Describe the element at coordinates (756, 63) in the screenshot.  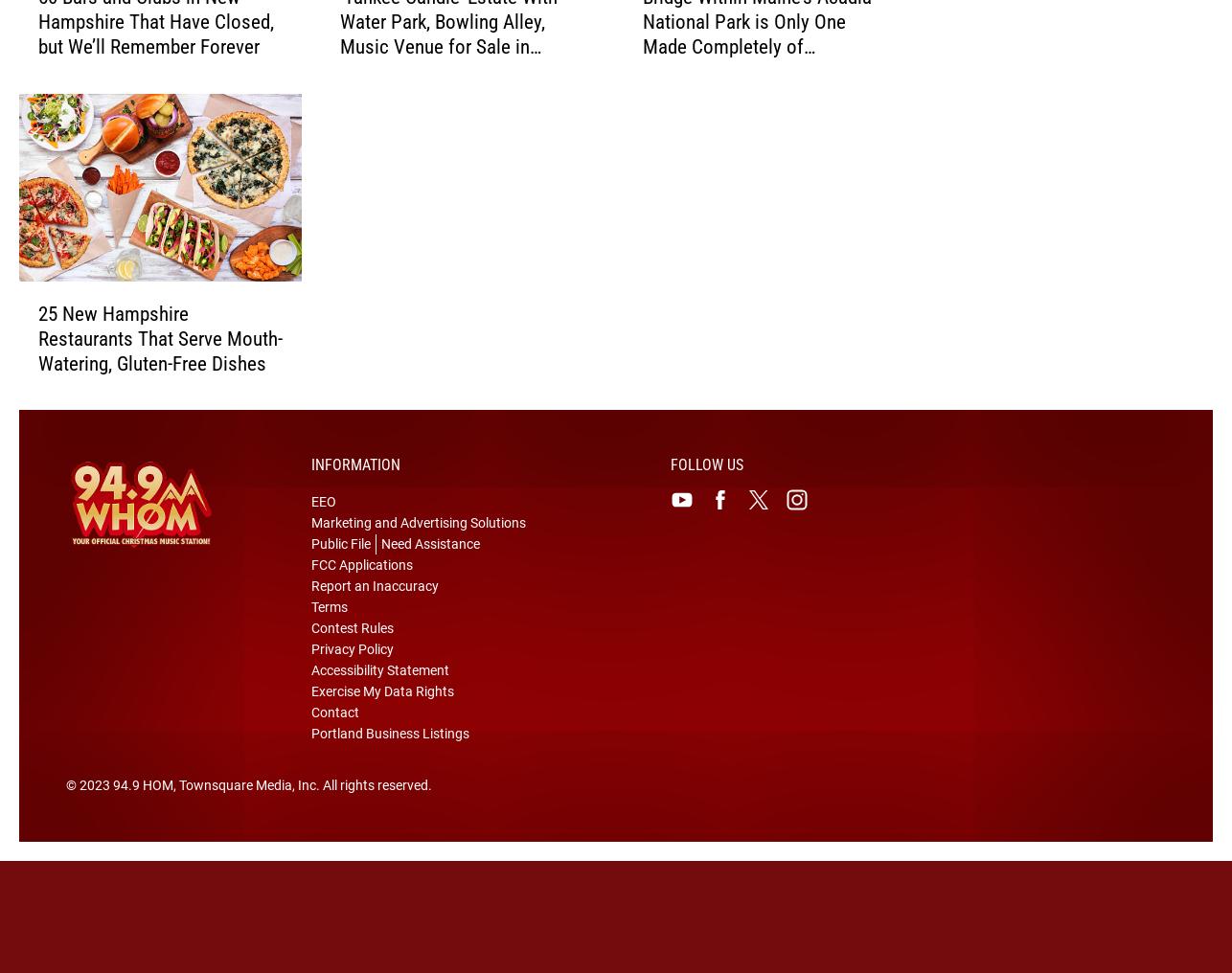
I see `'Bridge Within Maine’s Acadia National Park is Only One Made Completely of Cobblestones'` at that location.